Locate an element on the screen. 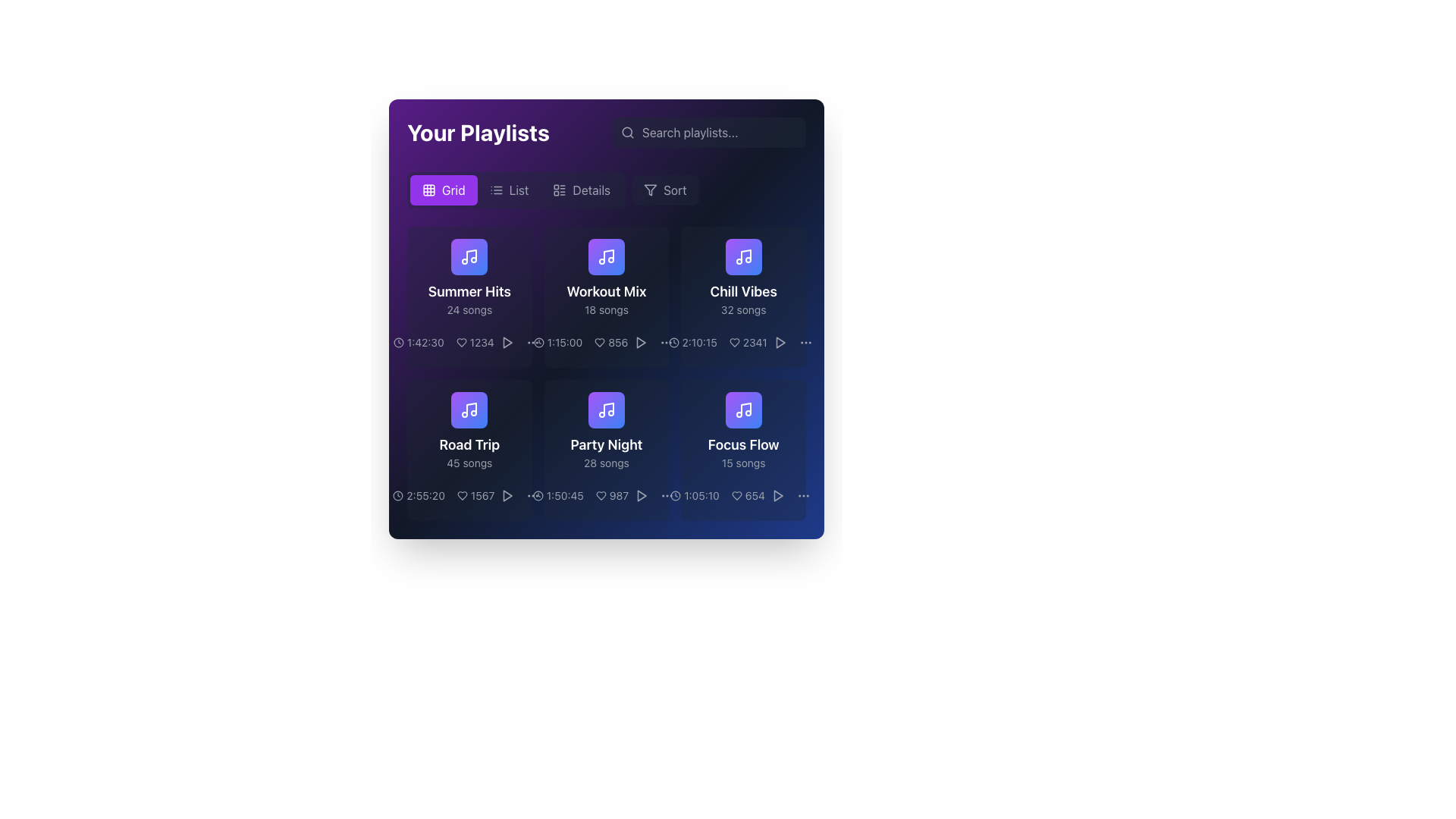 The height and width of the screenshot is (819, 1456). text of the 'Road Trip' label, which is a large, bold, white text against a dark background, located in the 'Your Playlists' section of the application is located at coordinates (469, 444).